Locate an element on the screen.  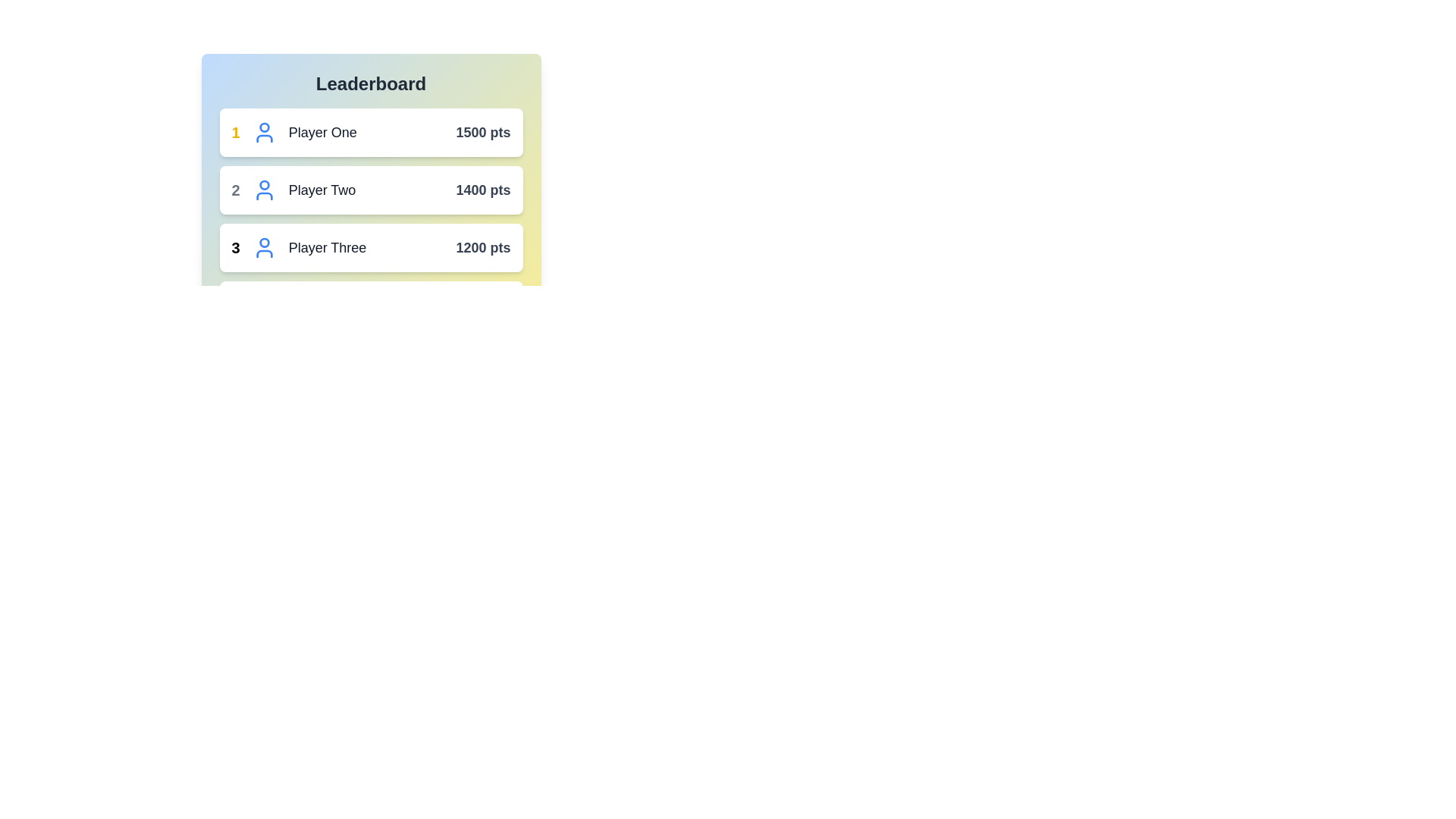
the leaderboard entry for Player Three to open the context menu is located at coordinates (371, 247).